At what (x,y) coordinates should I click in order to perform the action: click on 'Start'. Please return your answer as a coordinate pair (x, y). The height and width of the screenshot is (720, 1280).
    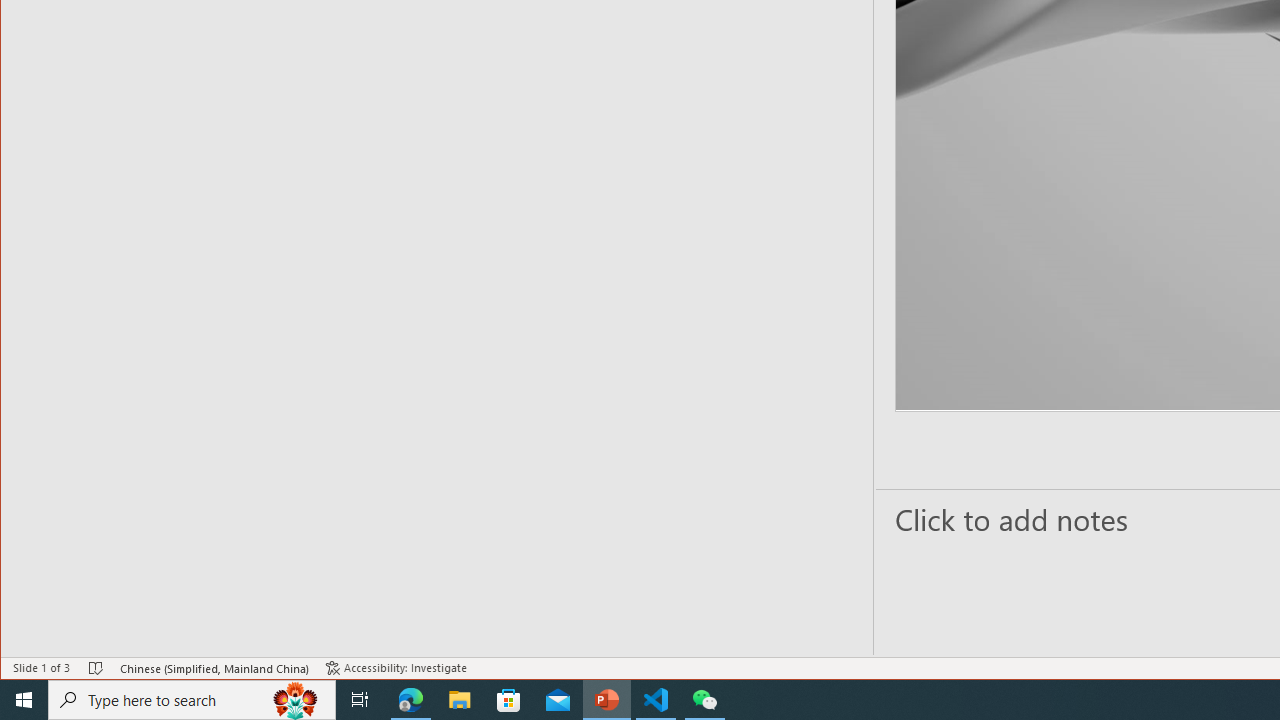
    Looking at the image, I should click on (24, 698).